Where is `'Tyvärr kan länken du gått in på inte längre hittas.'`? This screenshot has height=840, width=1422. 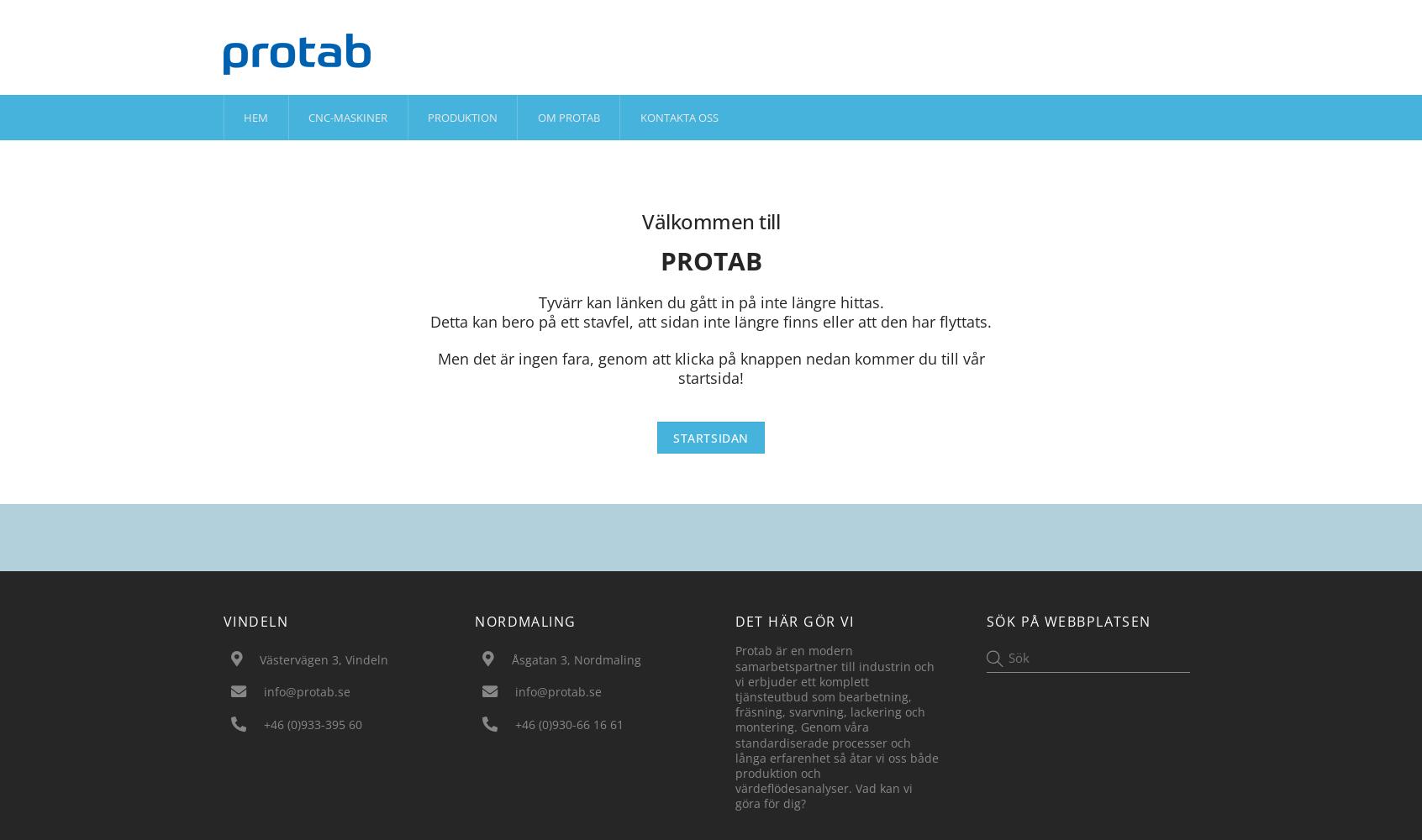
'Tyvärr kan länken du gått in på inte längre hittas.' is located at coordinates (538, 301).